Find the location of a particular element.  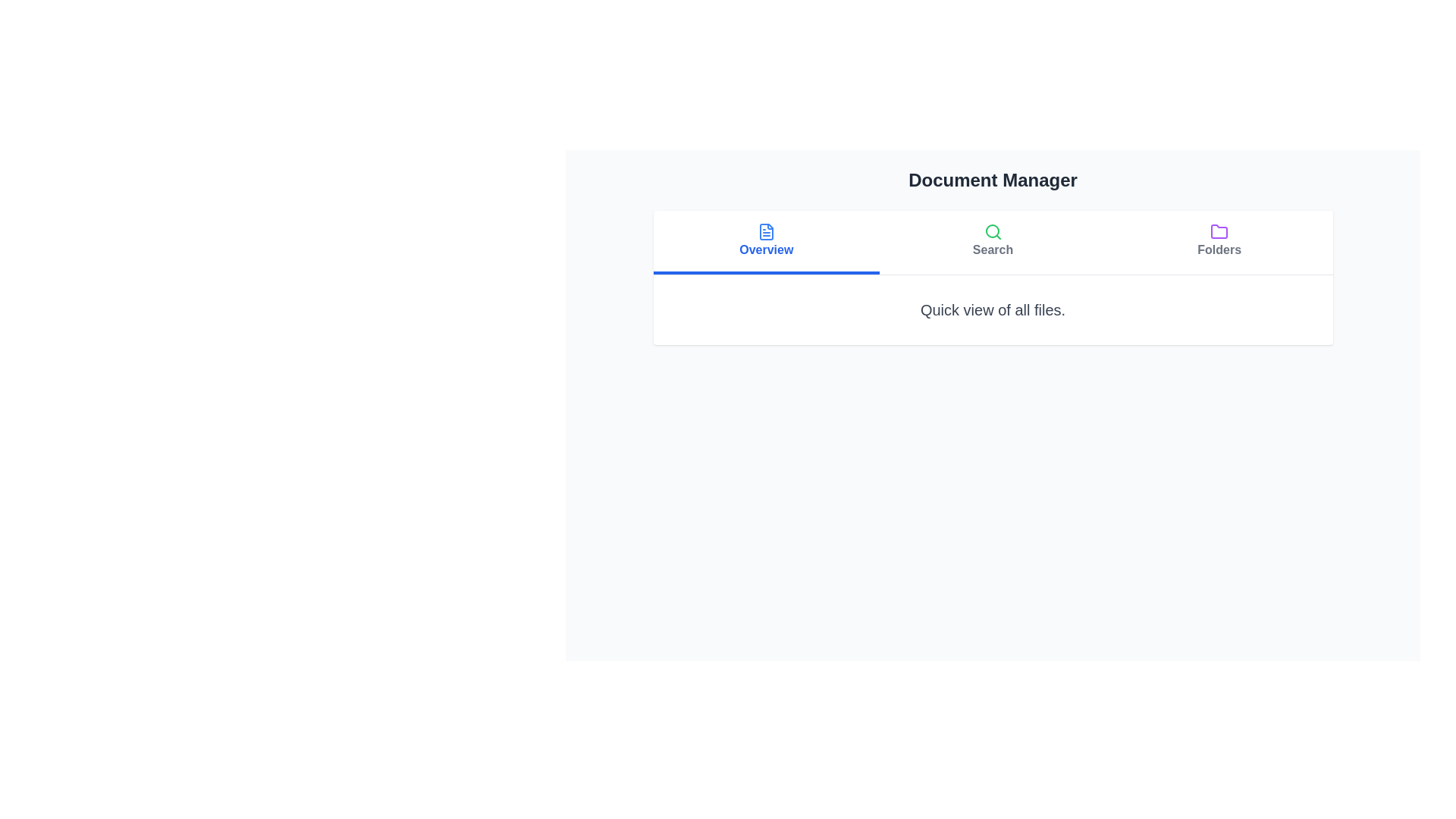

the blue-colored SVG icon shaped like a document with text-like lines inside it, located above the 'Overview' label in the navigation bar is located at coordinates (766, 231).